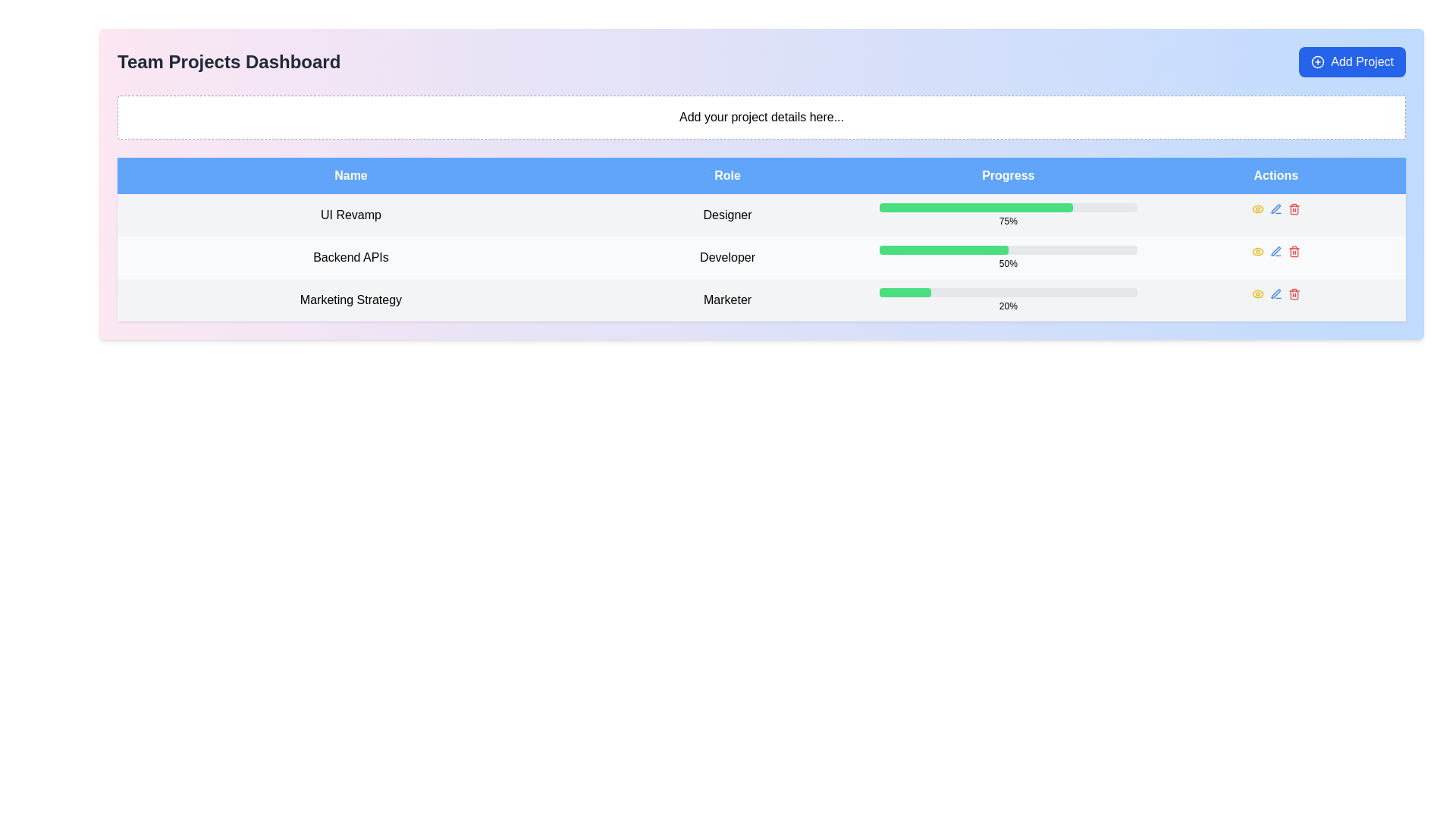  I want to click on the blue pencil icon in the interactive button group located in the 'Actions' column of the 'Marketing Strategy' project row, so click(1275, 294).